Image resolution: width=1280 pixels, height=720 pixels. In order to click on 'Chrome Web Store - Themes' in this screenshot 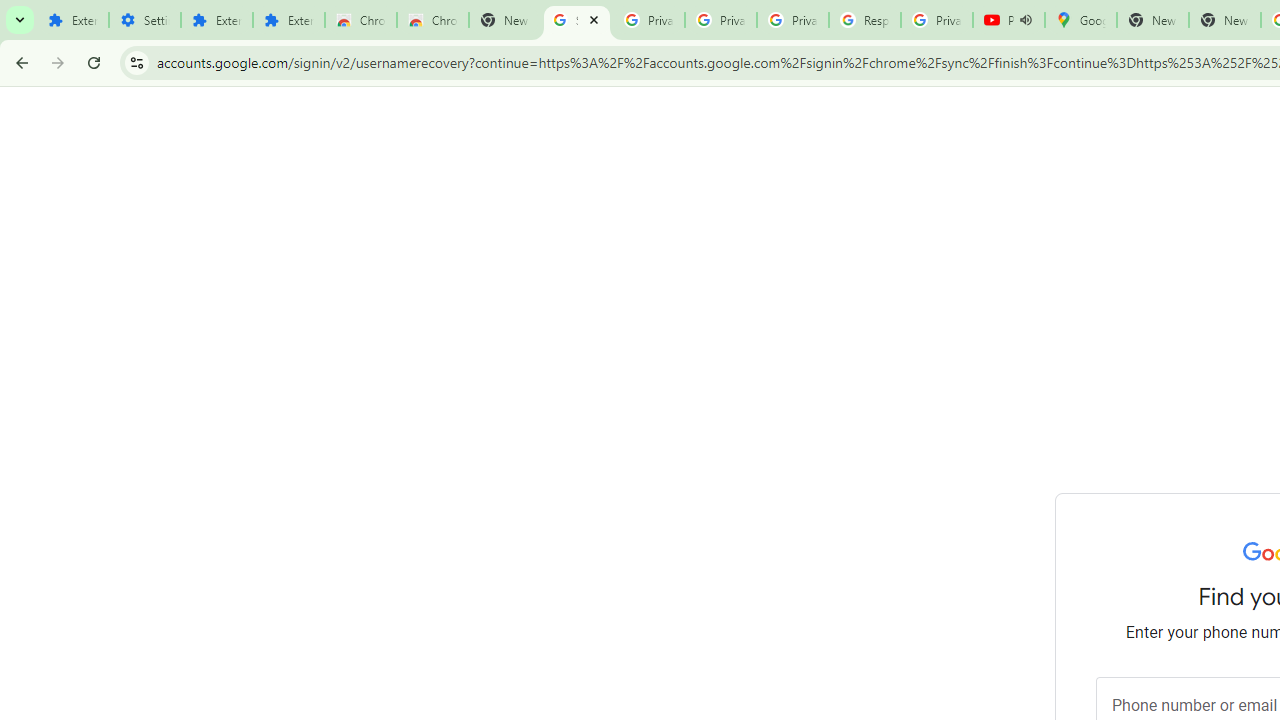, I will do `click(431, 20)`.